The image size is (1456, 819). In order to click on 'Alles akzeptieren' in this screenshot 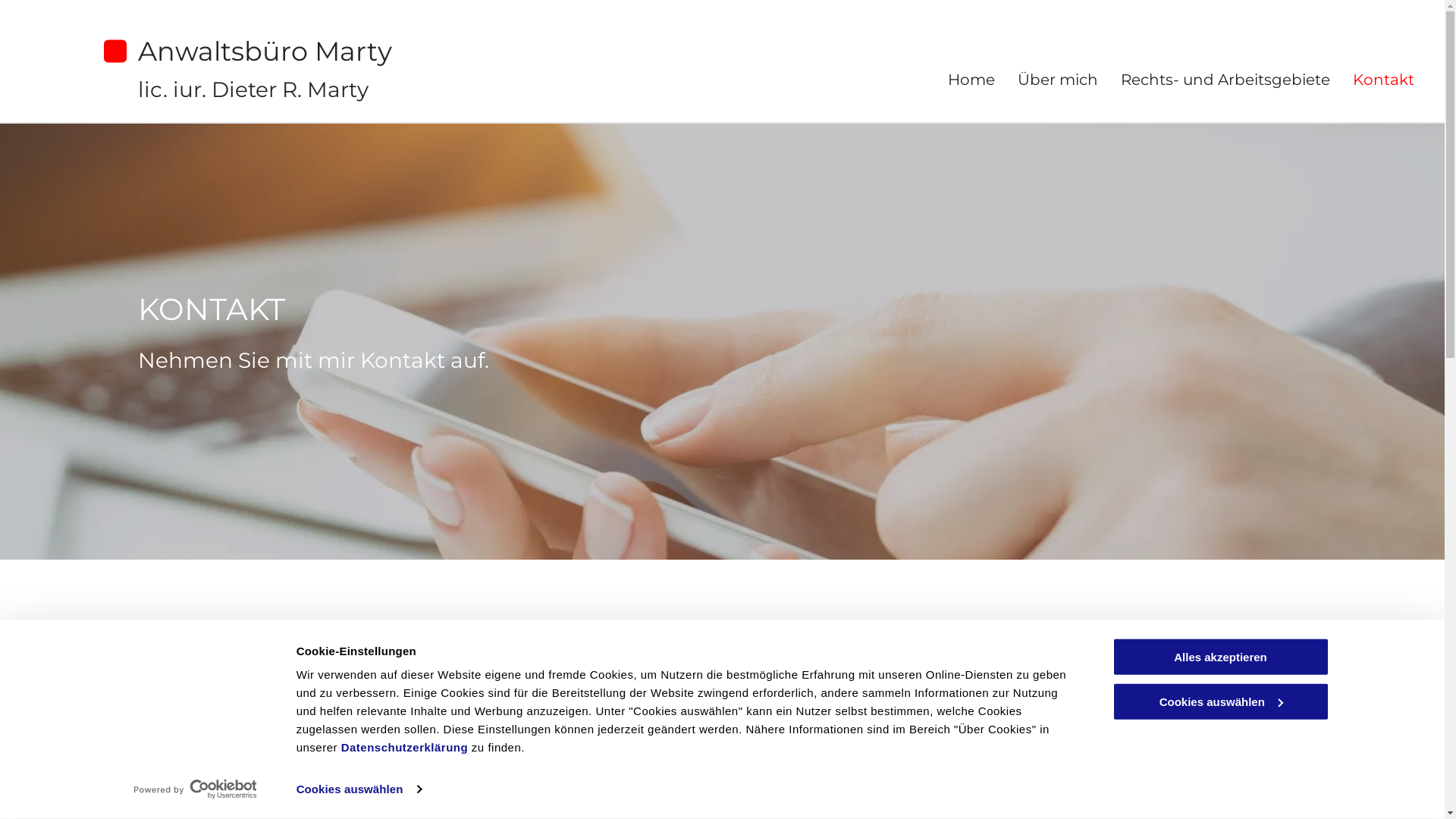, I will do `click(1219, 656)`.